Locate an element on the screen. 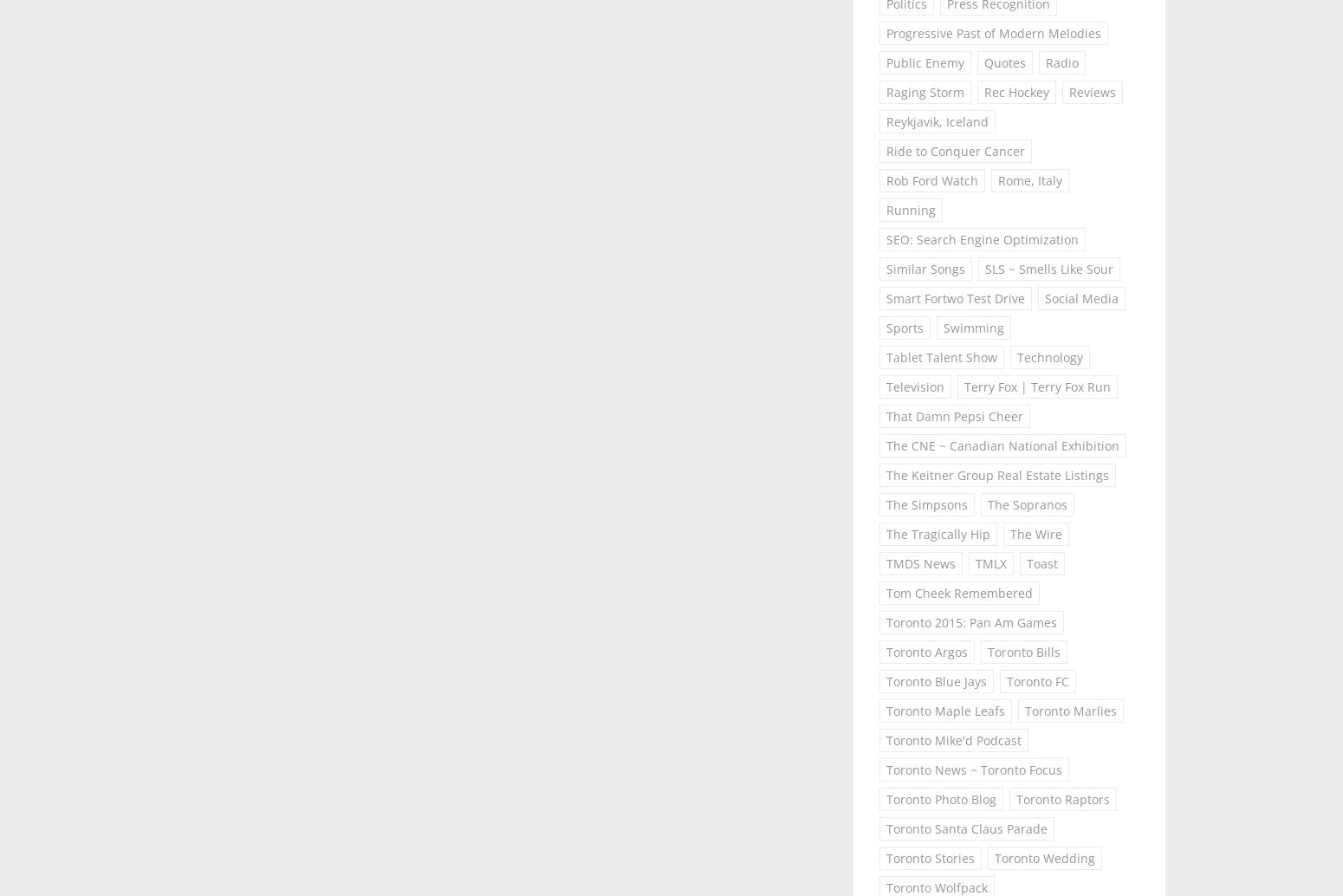 The image size is (1343, 896). 'Rec Hockey' is located at coordinates (1016, 92).